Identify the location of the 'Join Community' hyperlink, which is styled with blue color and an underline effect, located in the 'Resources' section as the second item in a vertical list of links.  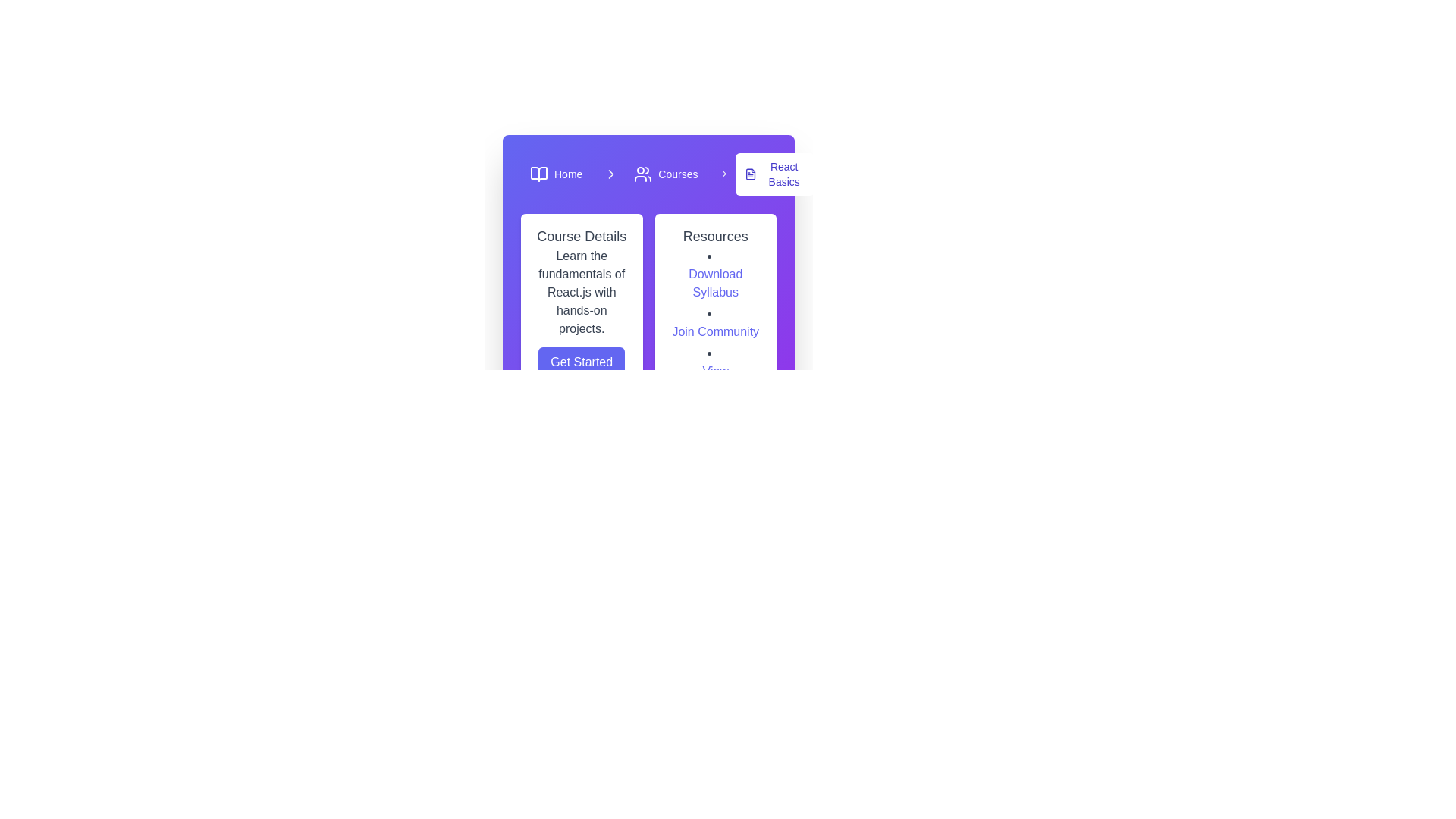
(714, 322).